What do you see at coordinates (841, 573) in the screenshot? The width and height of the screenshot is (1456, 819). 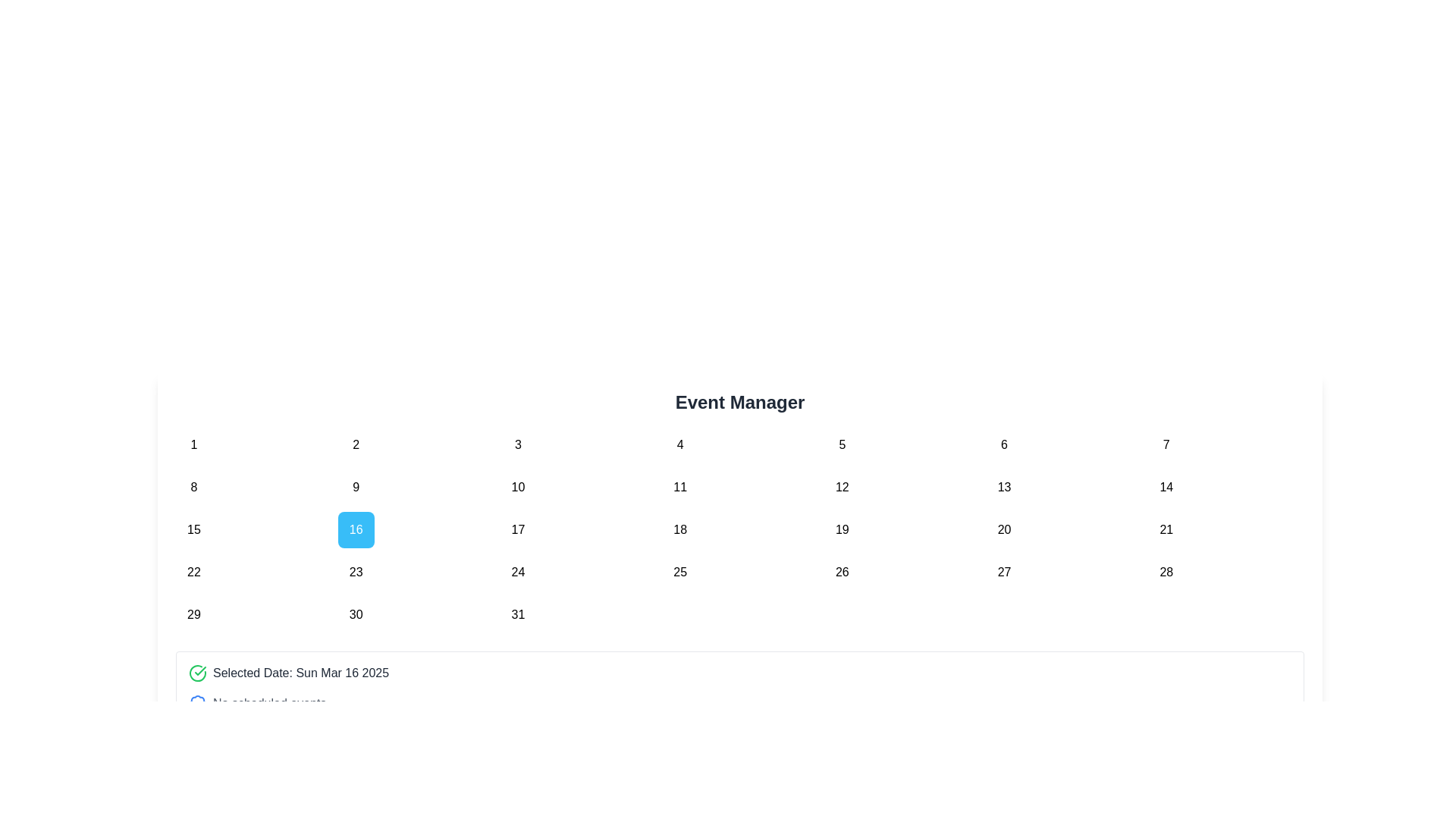 I see `the selectable calendar date button located in the fourth row, fifth cell of the calendar grid, positioned between the numbers '25' and '27'` at bounding box center [841, 573].